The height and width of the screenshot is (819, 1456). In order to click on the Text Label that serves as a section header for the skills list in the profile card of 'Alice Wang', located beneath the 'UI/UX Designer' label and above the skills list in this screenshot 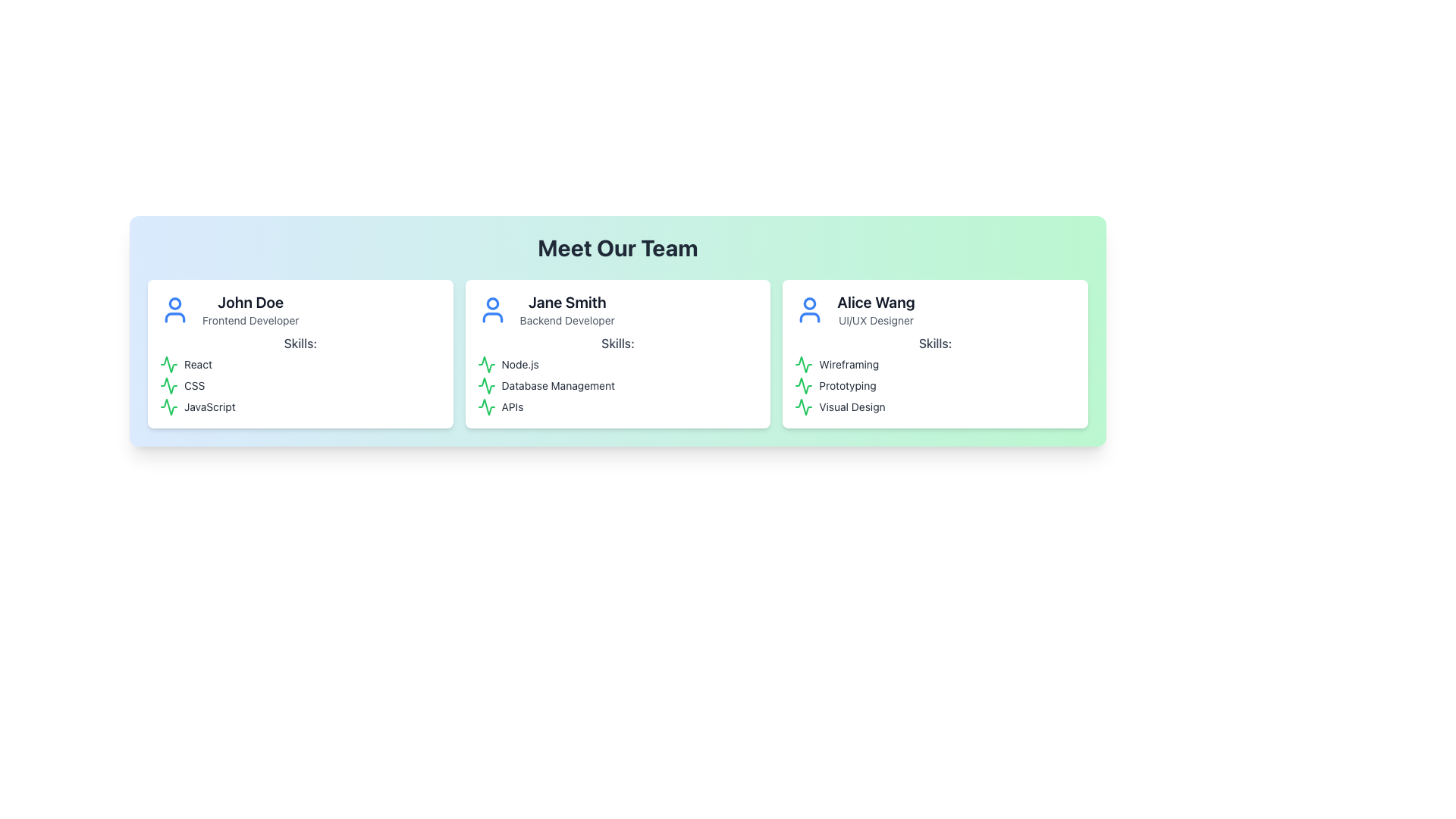, I will do `click(934, 343)`.